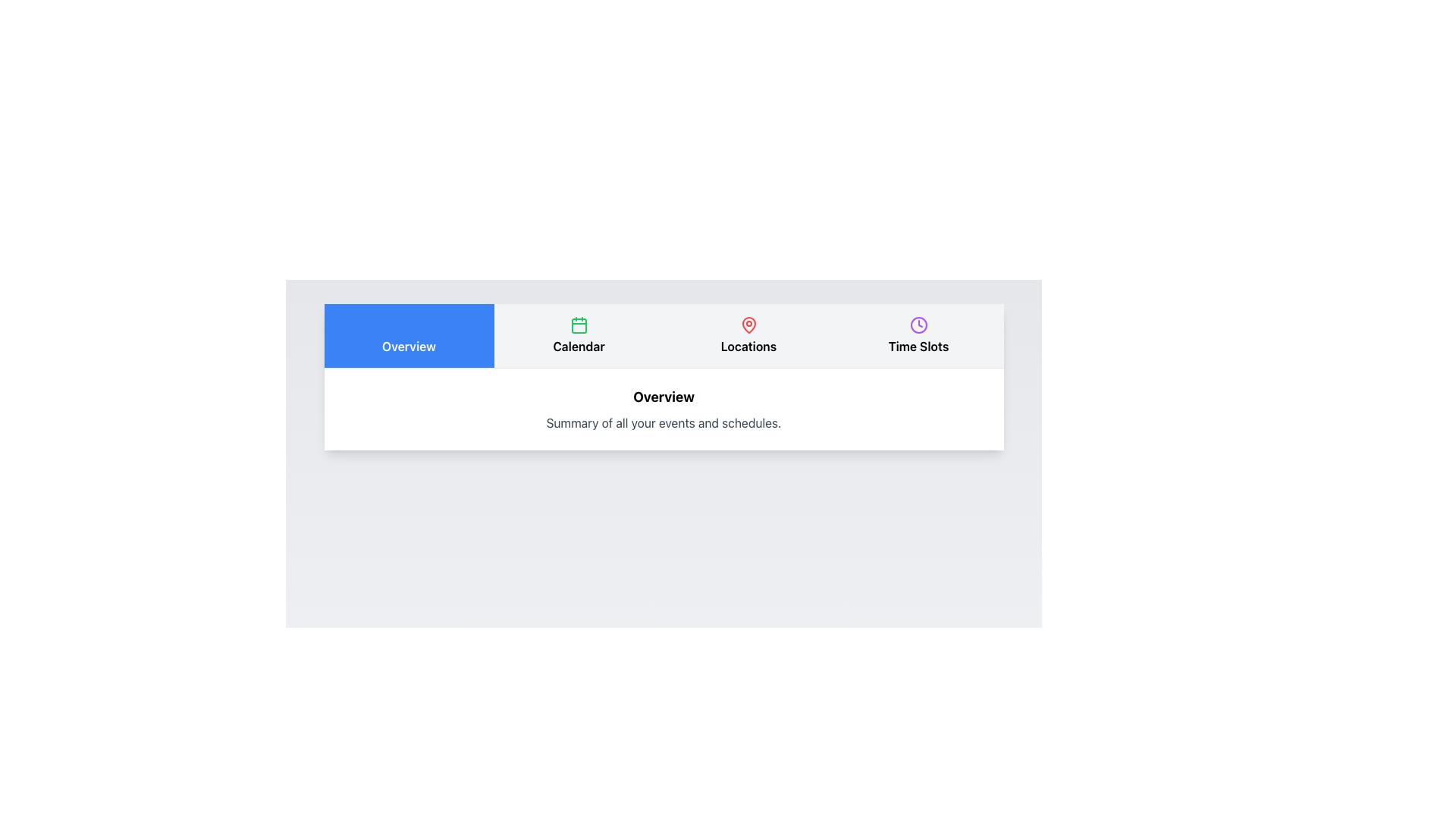  Describe the element at coordinates (918, 324) in the screenshot. I see `the 'Time Slots' icon located above the text label 'Time Slots' to interact with its section` at that location.